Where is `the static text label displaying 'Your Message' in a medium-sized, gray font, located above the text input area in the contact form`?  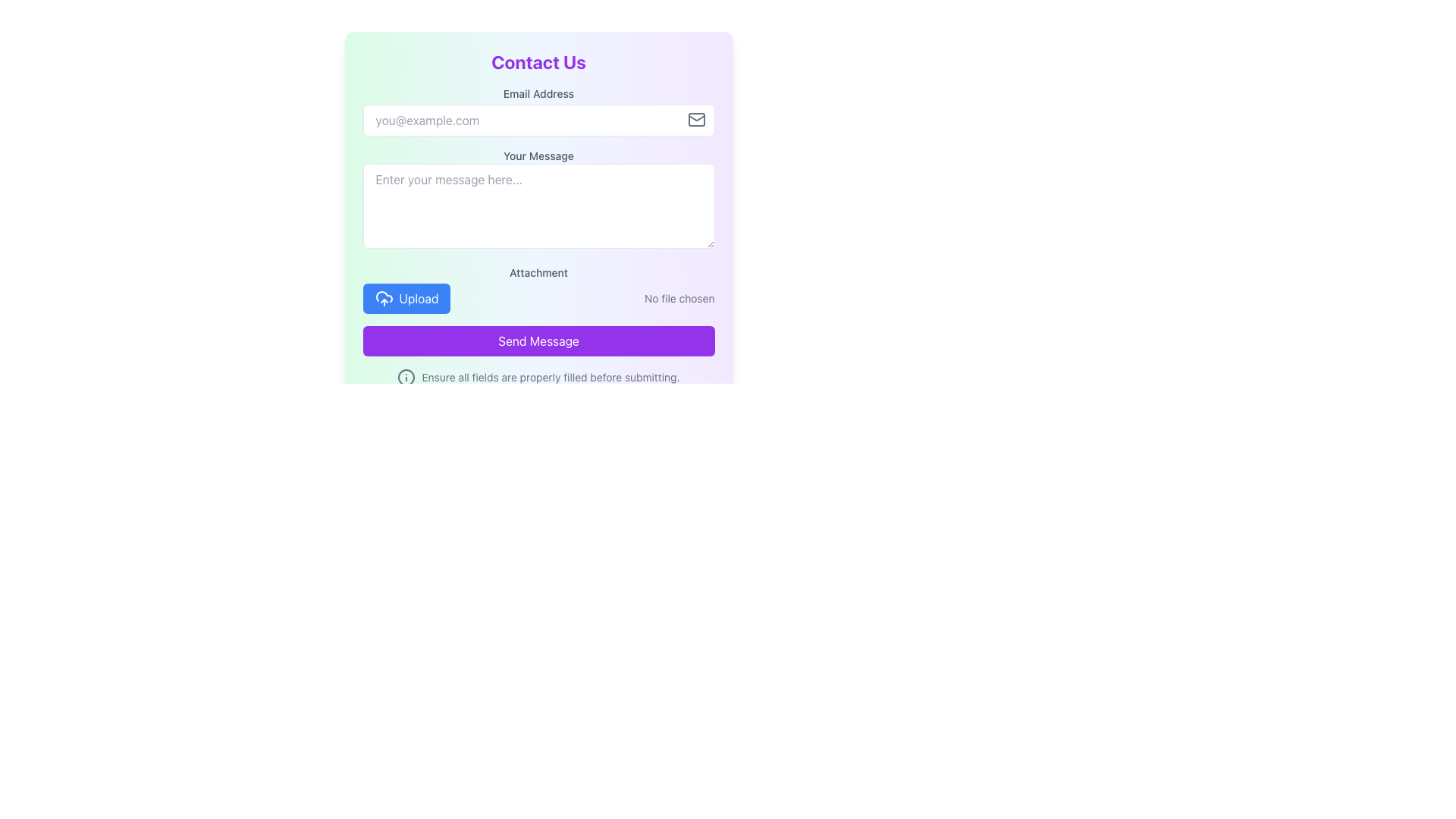
the static text label displaying 'Your Message' in a medium-sized, gray font, located above the text input area in the contact form is located at coordinates (538, 155).